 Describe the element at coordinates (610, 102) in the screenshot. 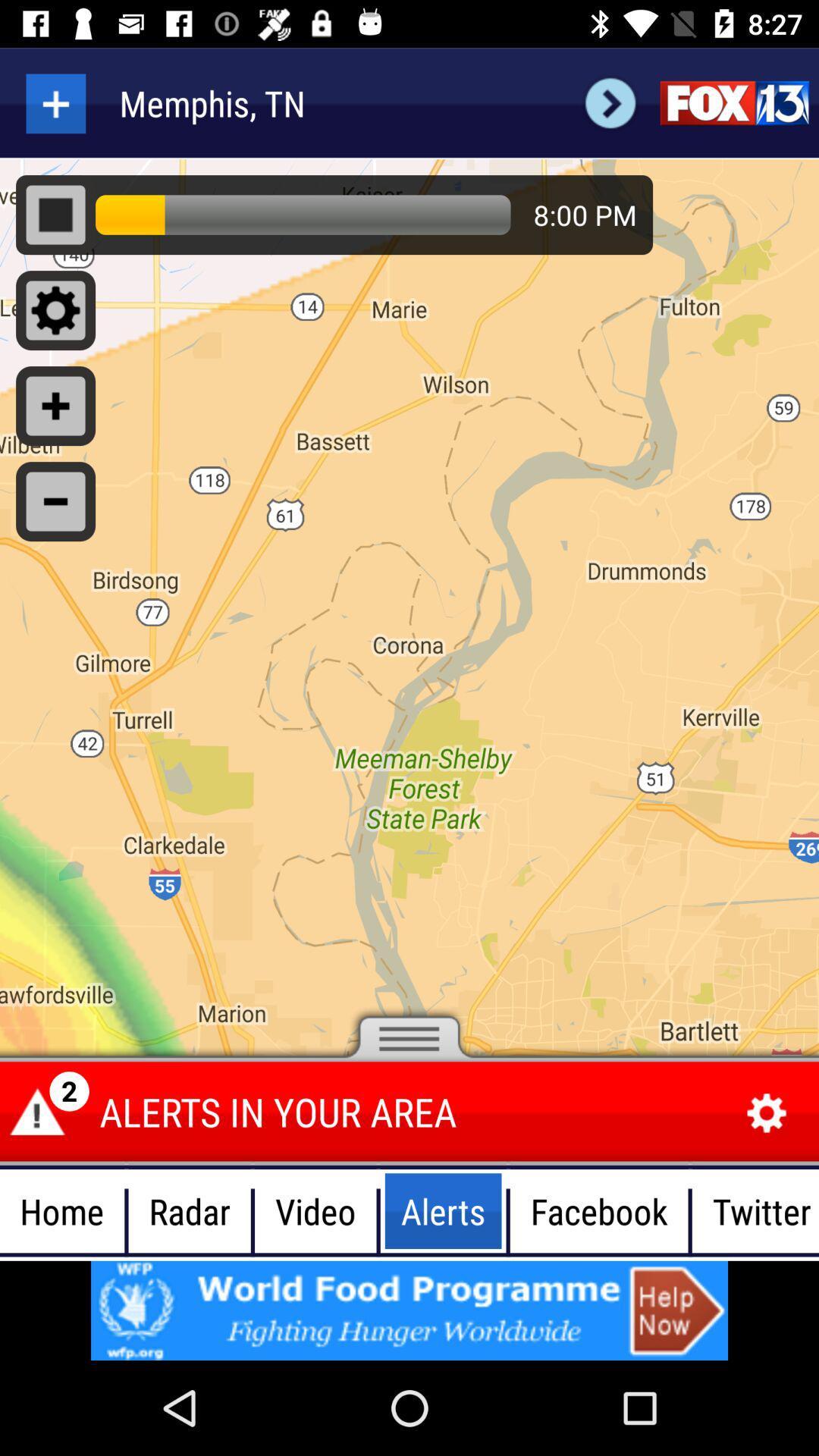

I see `the arrow_forward icon` at that location.